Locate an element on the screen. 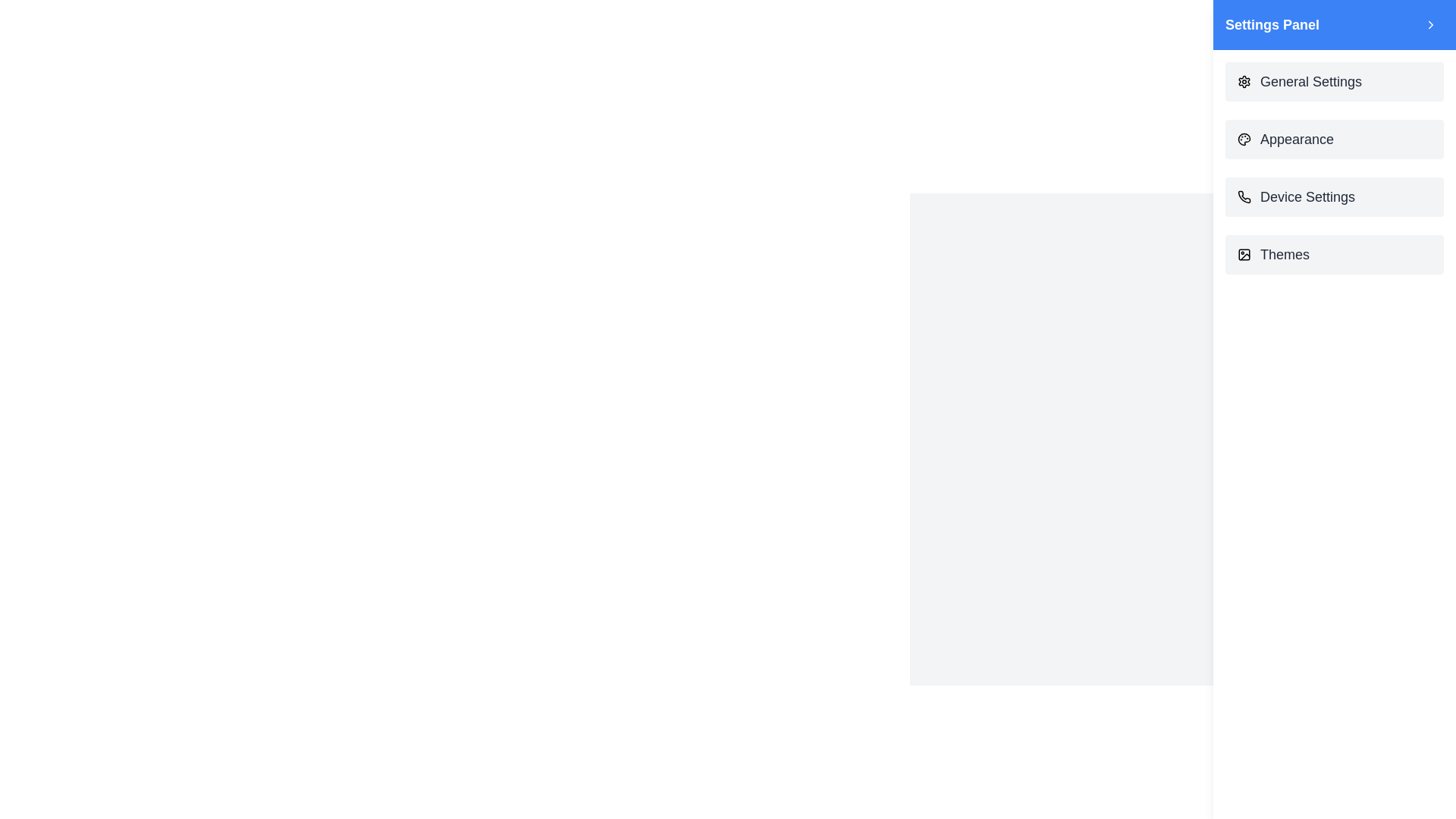  the black minimalist telephone receiver icon located to the left of the 'Device Settings' text in the settings panel is located at coordinates (1244, 196).